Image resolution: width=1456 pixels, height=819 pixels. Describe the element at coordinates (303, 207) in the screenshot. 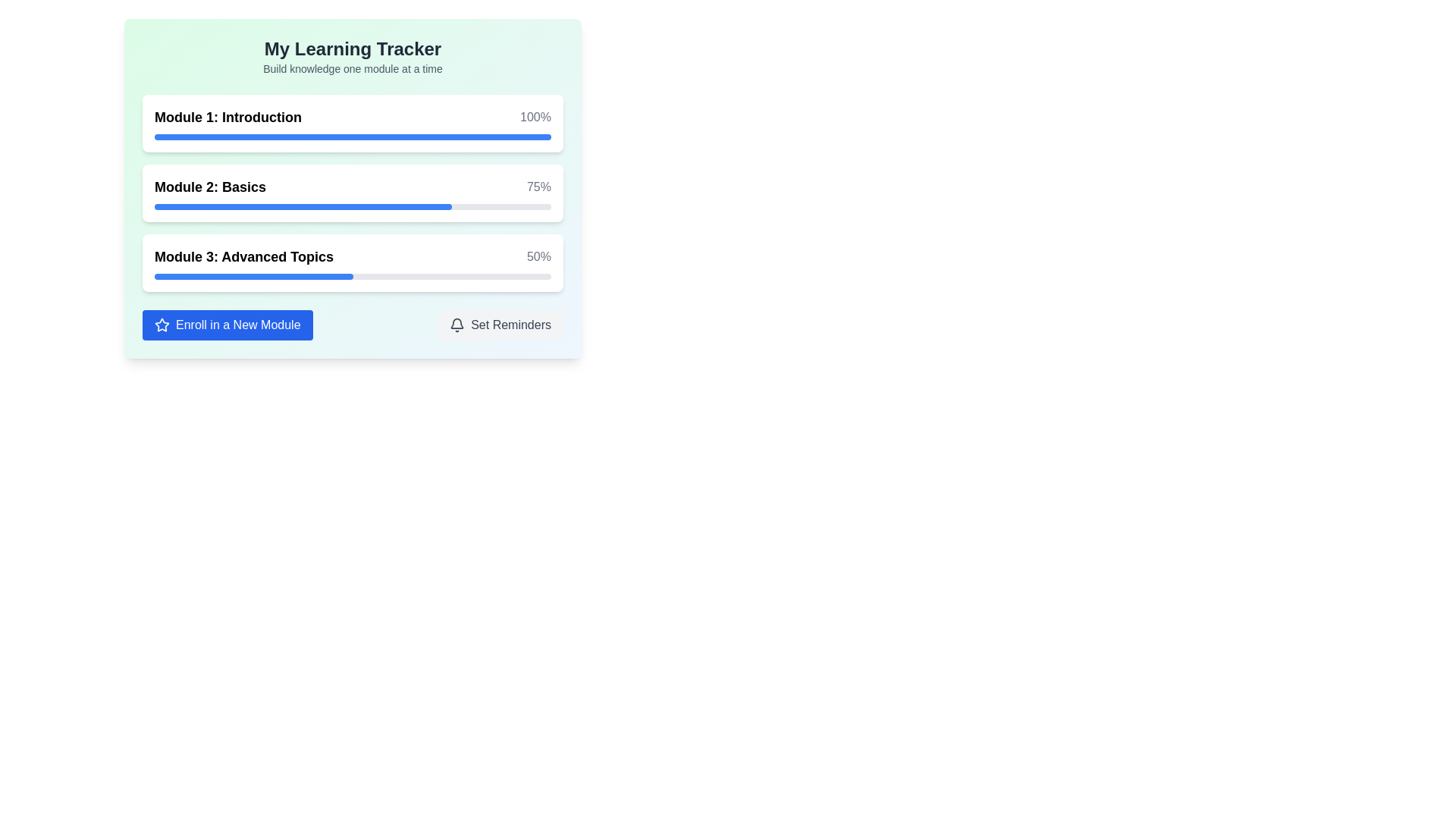

I see `the blue-filled portion of the progress bar that indicates 75% completion for 'Module 2: Basics'` at that location.